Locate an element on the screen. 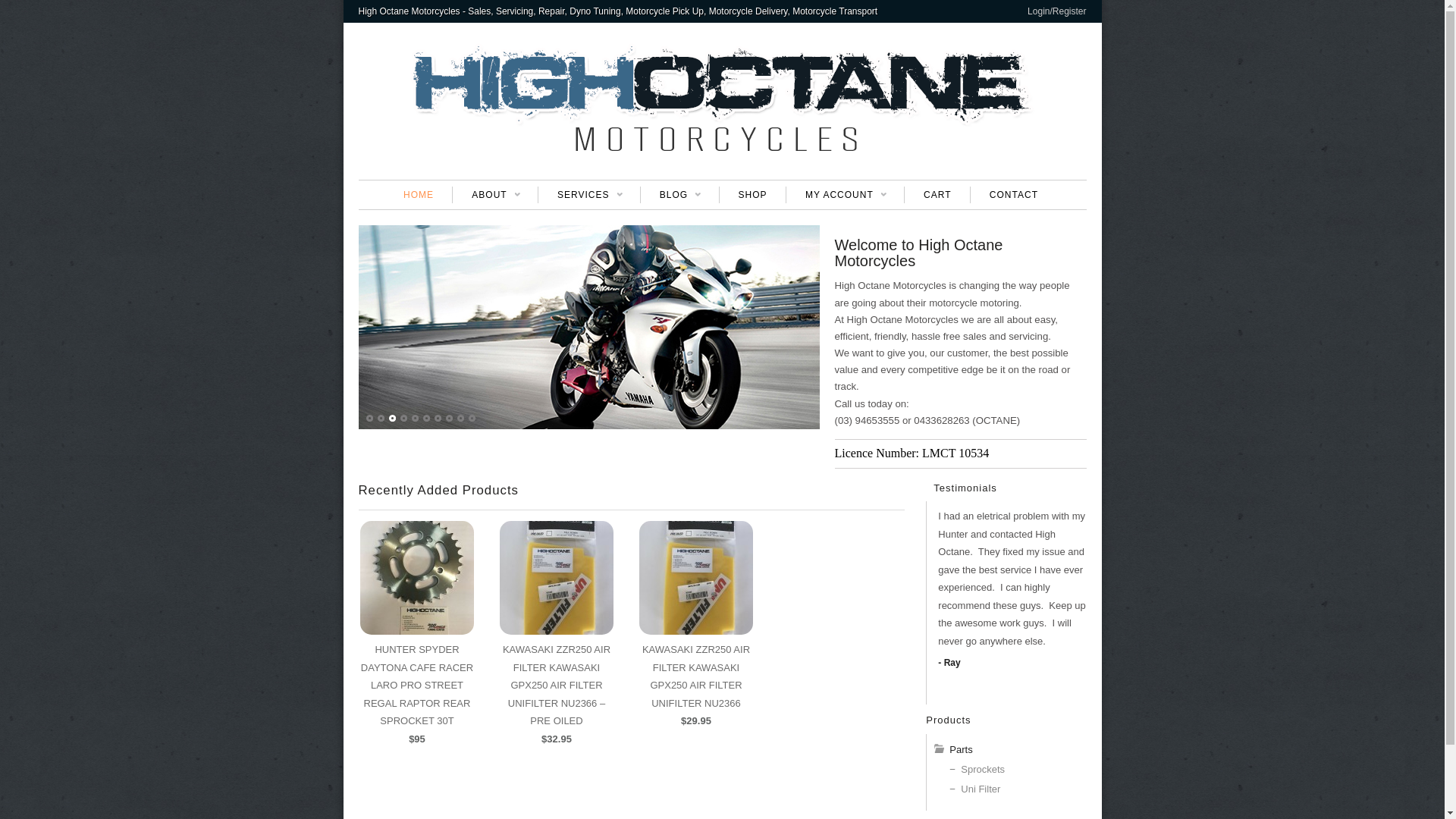 Image resolution: width=1456 pixels, height=819 pixels. '4' is located at coordinates (403, 418).